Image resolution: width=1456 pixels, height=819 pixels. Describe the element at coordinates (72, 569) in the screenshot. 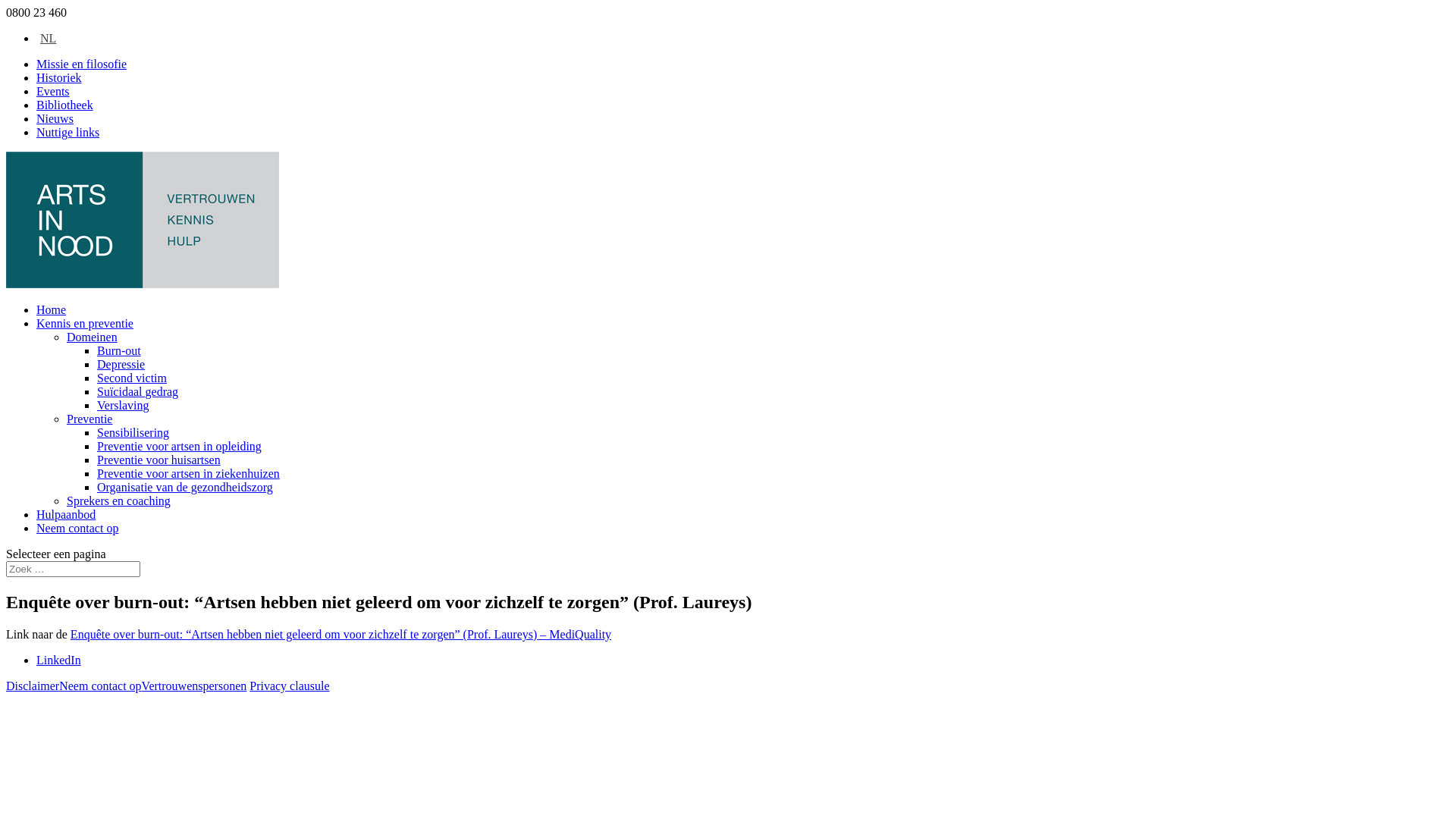

I see `'Zoek naar:'` at that location.